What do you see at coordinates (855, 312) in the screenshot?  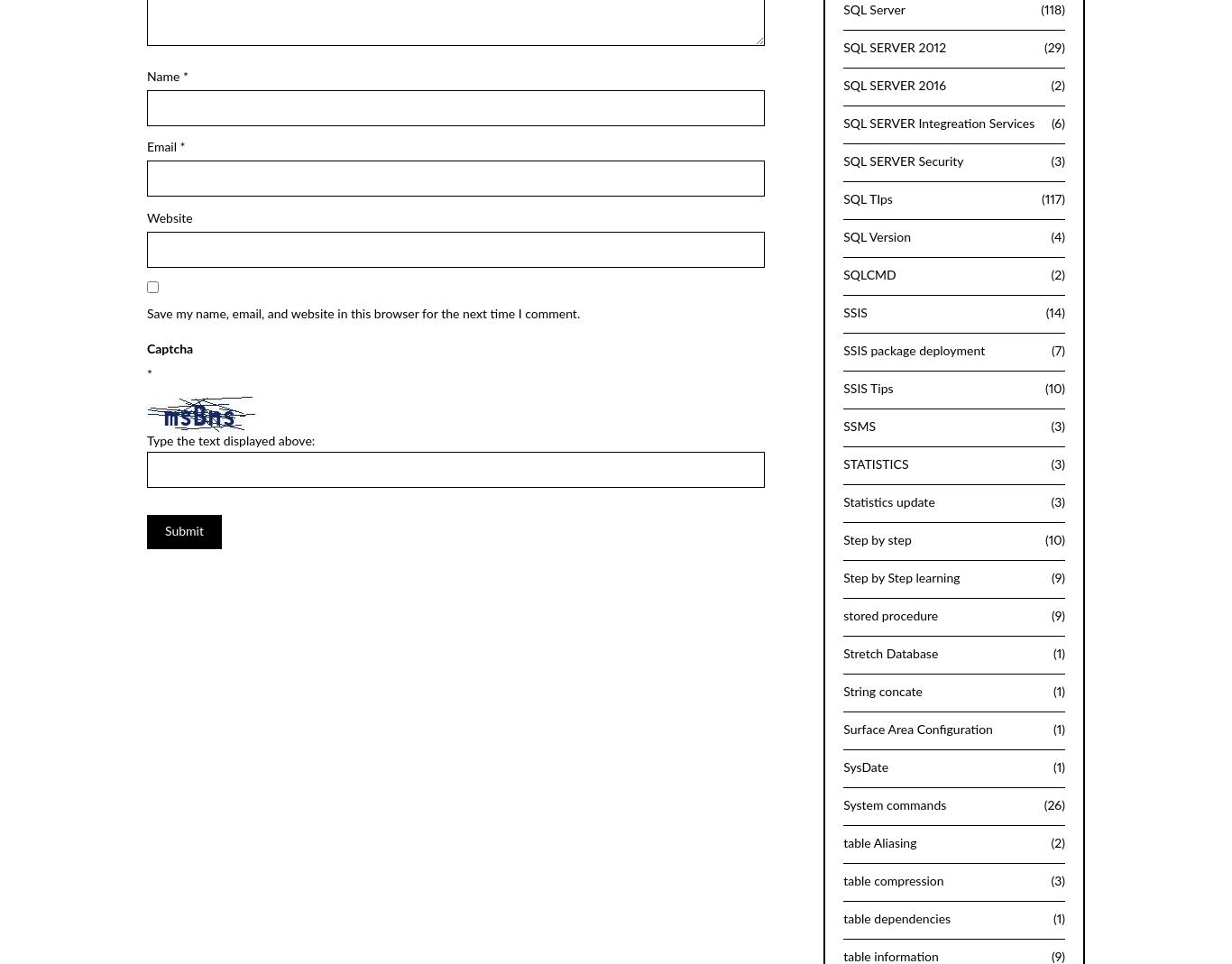 I see `'SSIS'` at bounding box center [855, 312].